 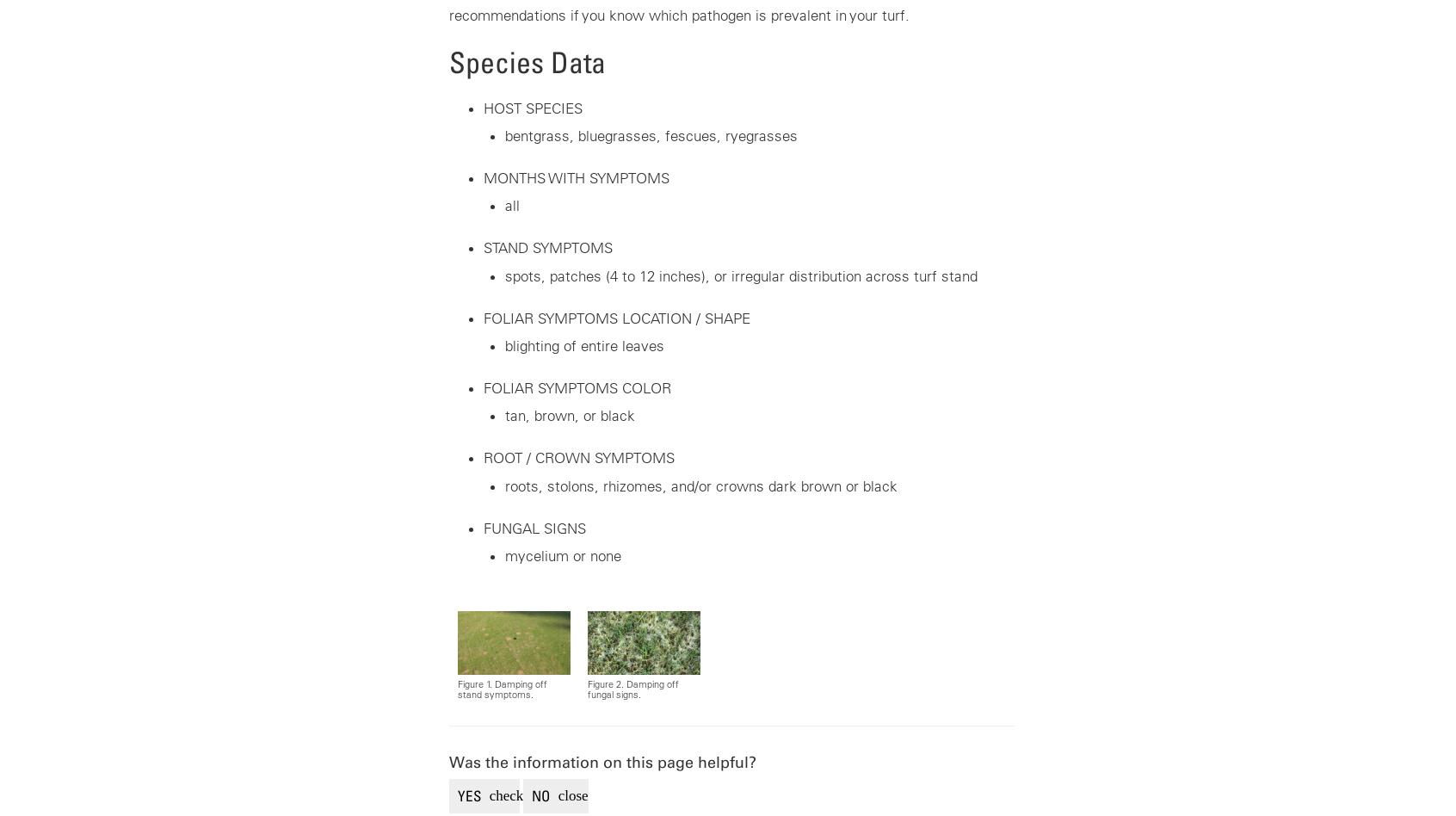 What do you see at coordinates (525, 61) in the screenshot?
I see `'Species Data'` at bounding box center [525, 61].